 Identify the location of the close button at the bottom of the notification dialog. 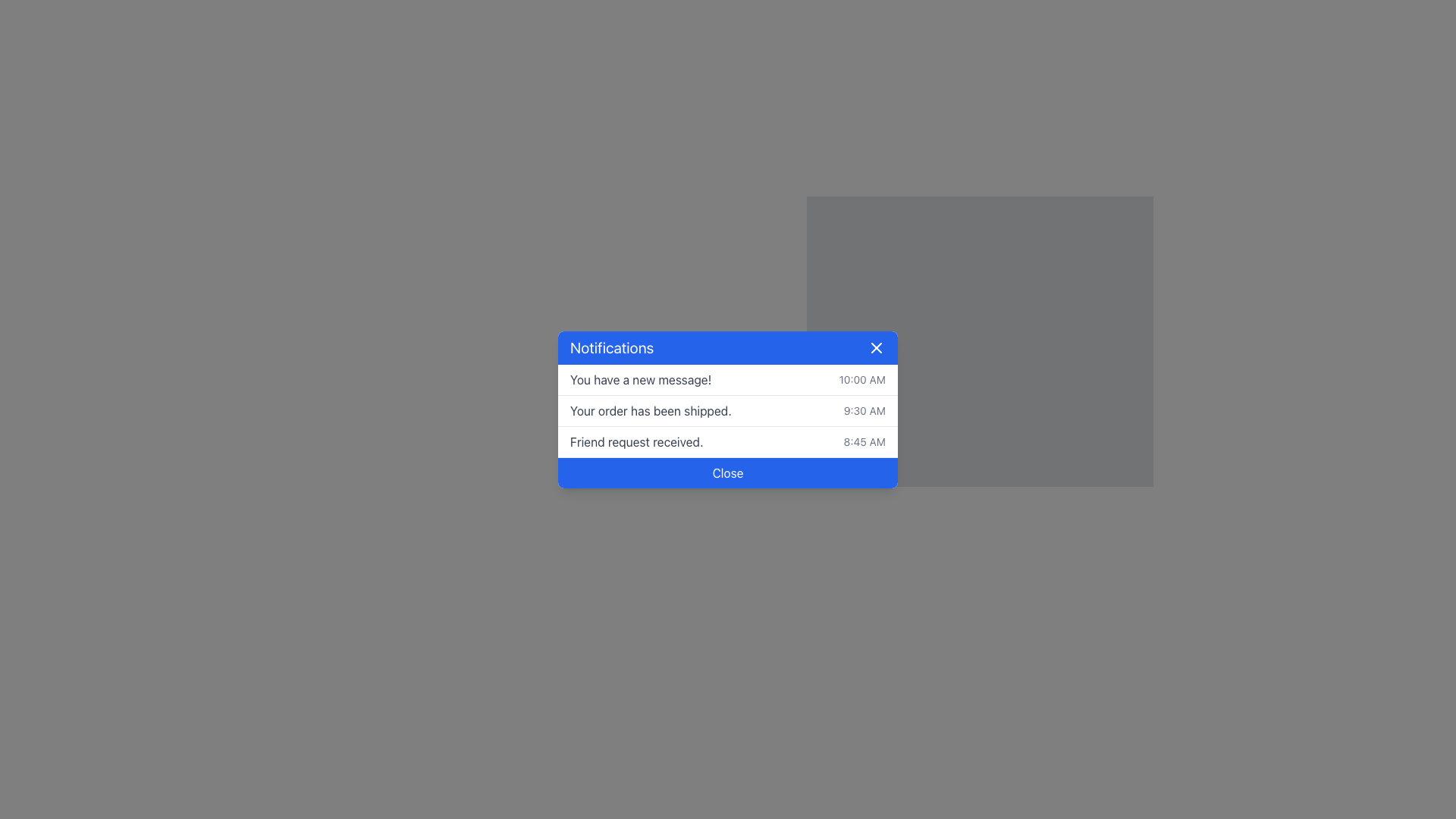
(728, 472).